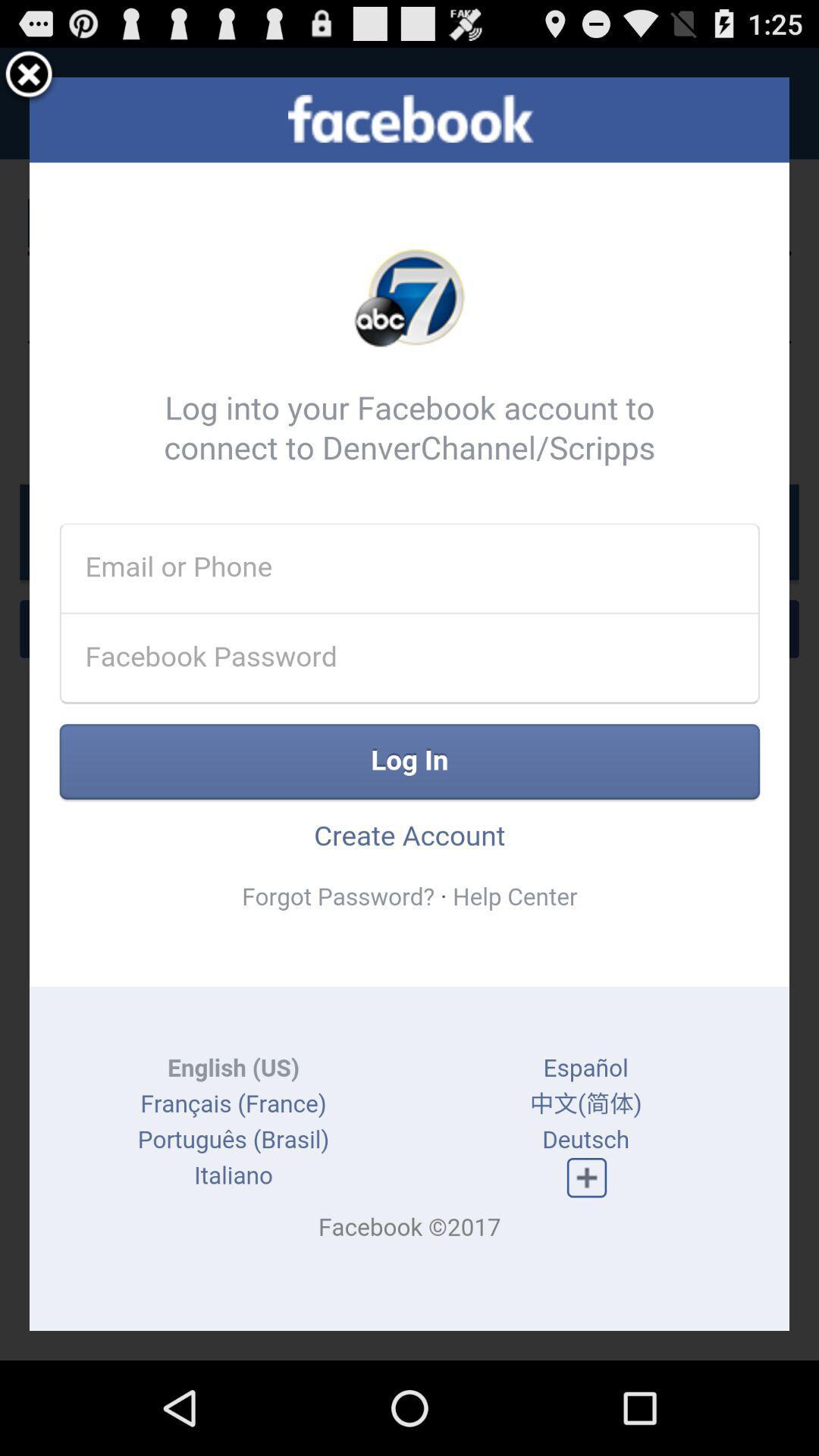  Describe the element at coordinates (29, 76) in the screenshot. I see `login` at that location.